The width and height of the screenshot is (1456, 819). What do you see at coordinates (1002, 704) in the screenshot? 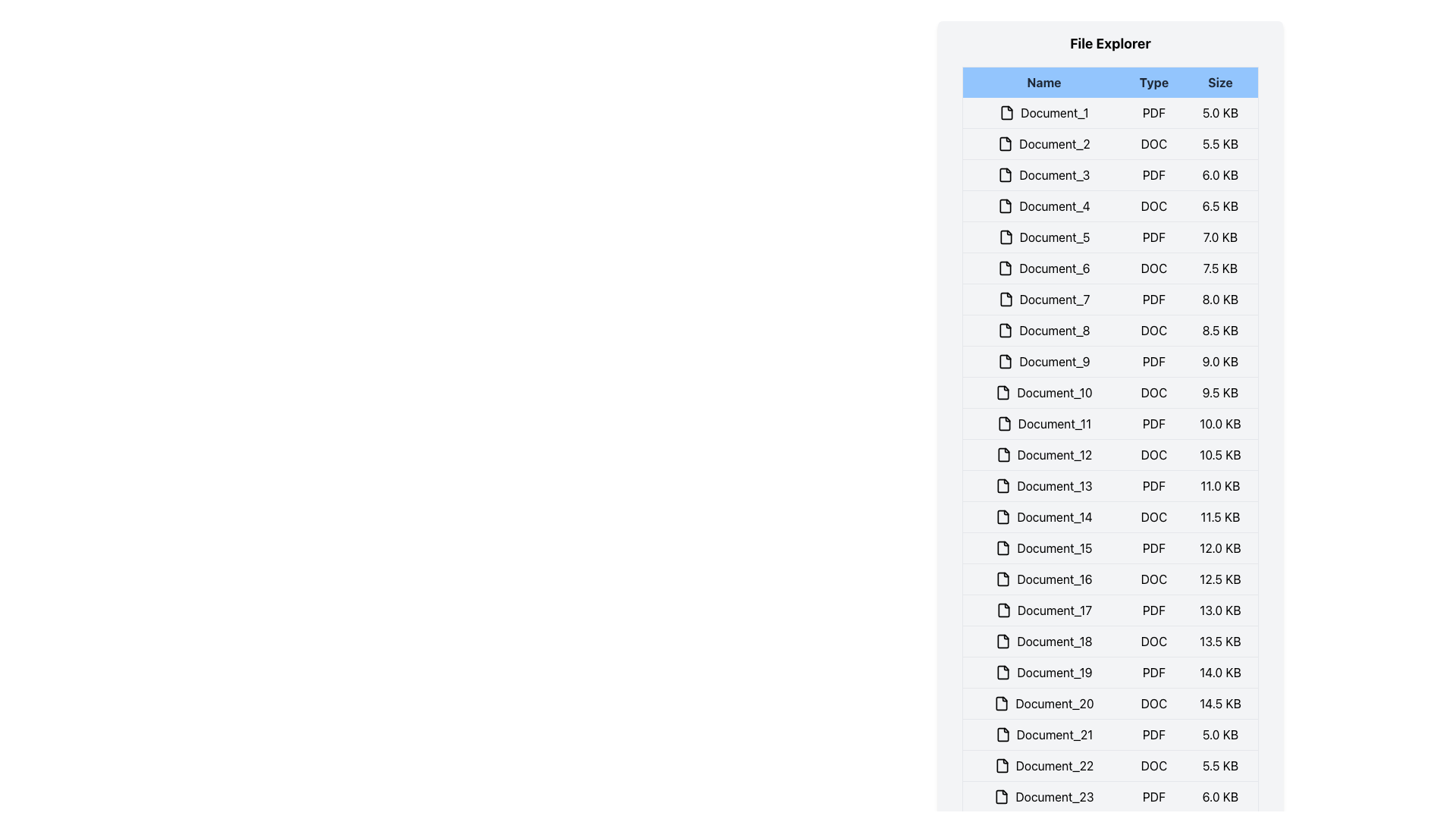
I see `the simplified document icon located to the left of the text label 'Document_20' in the file explorer interface` at bounding box center [1002, 704].